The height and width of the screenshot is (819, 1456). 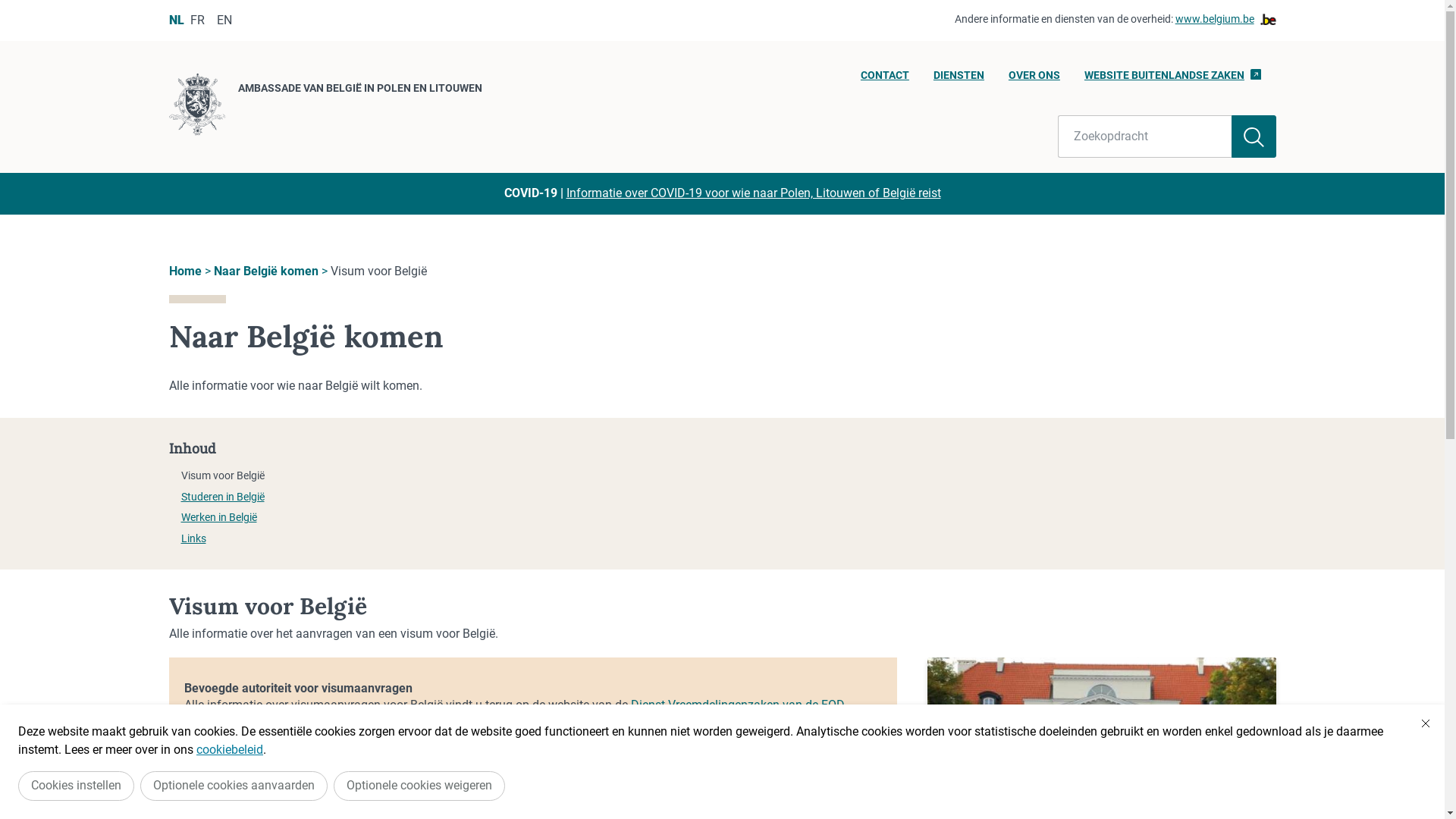 What do you see at coordinates (216, 20) in the screenshot?
I see `'EN'` at bounding box center [216, 20].